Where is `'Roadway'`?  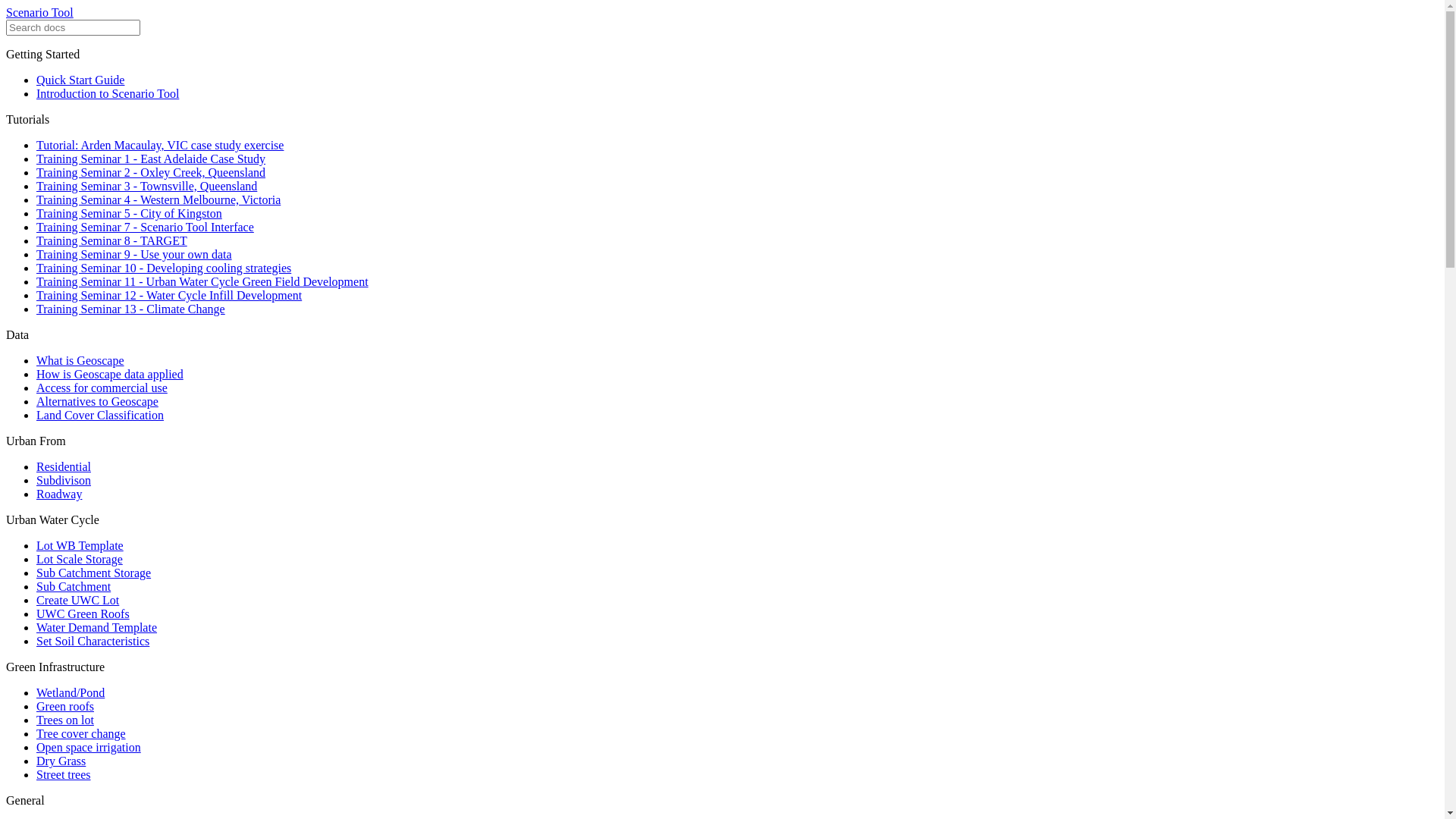
'Roadway' is located at coordinates (36, 494).